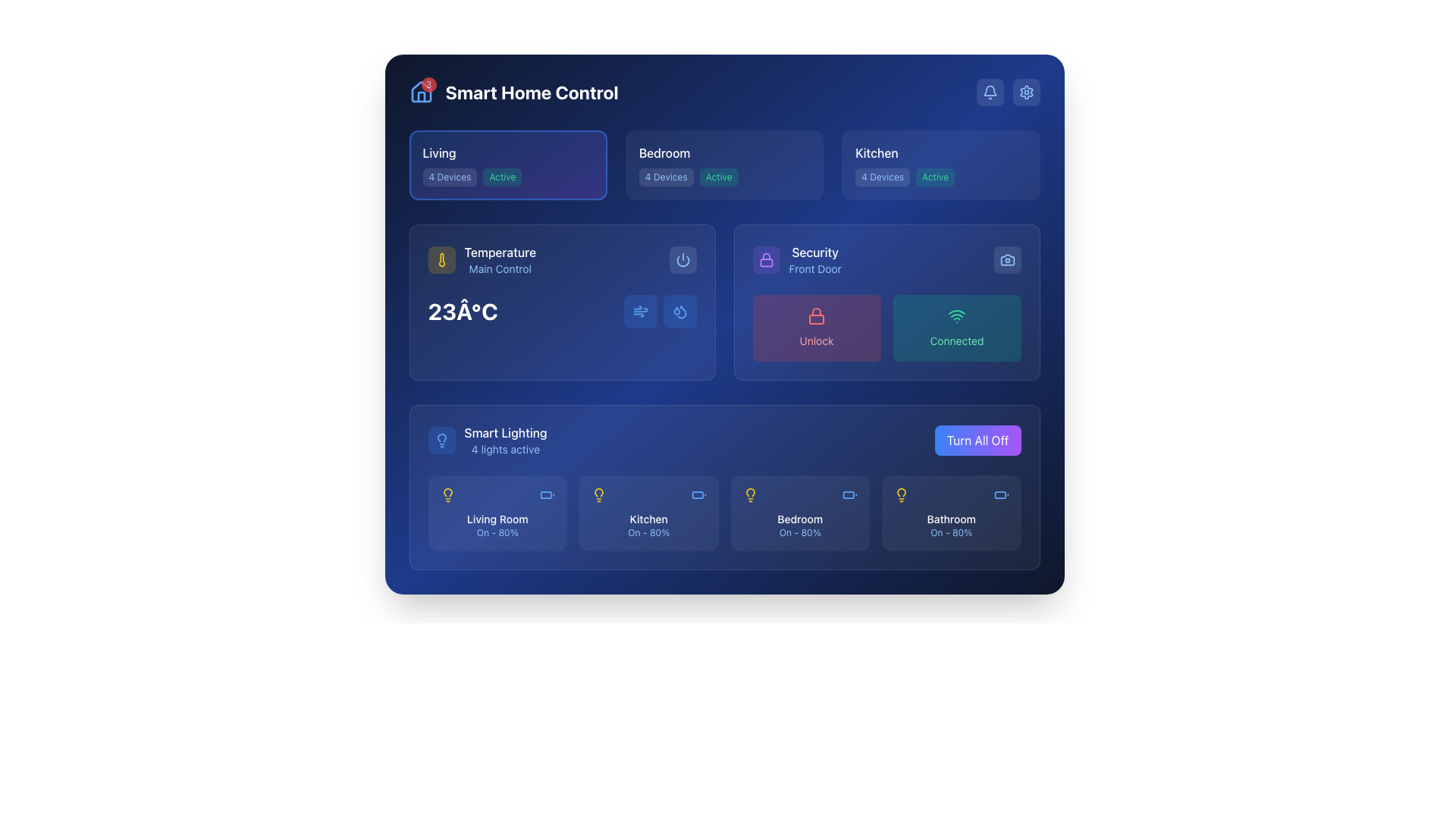 Image resolution: width=1456 pixels, height=819 pixels. What do you see at coordinates (950, 513) in the screenshot?
I see `the interactive card representing the 'Bathroom' lighting device, which indicates it is 'On' with 80% intensity` at bounding box center [950, 513].